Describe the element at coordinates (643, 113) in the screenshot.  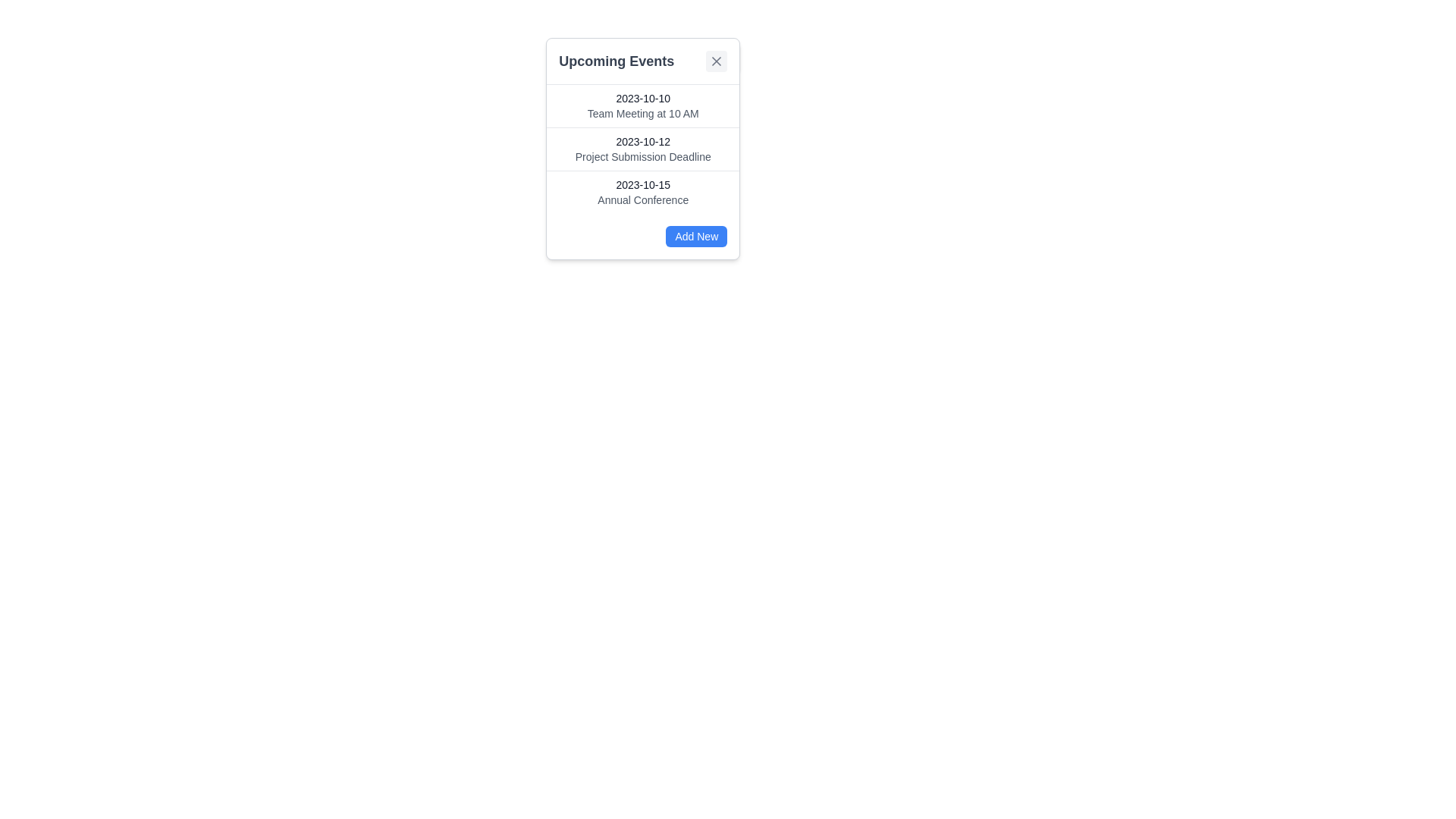
I see `text snippet displaying 'Team Meeting at 10 AM' in medium gray color, positioned below the date in the modal titled 'Upcoming Events'` at that location.